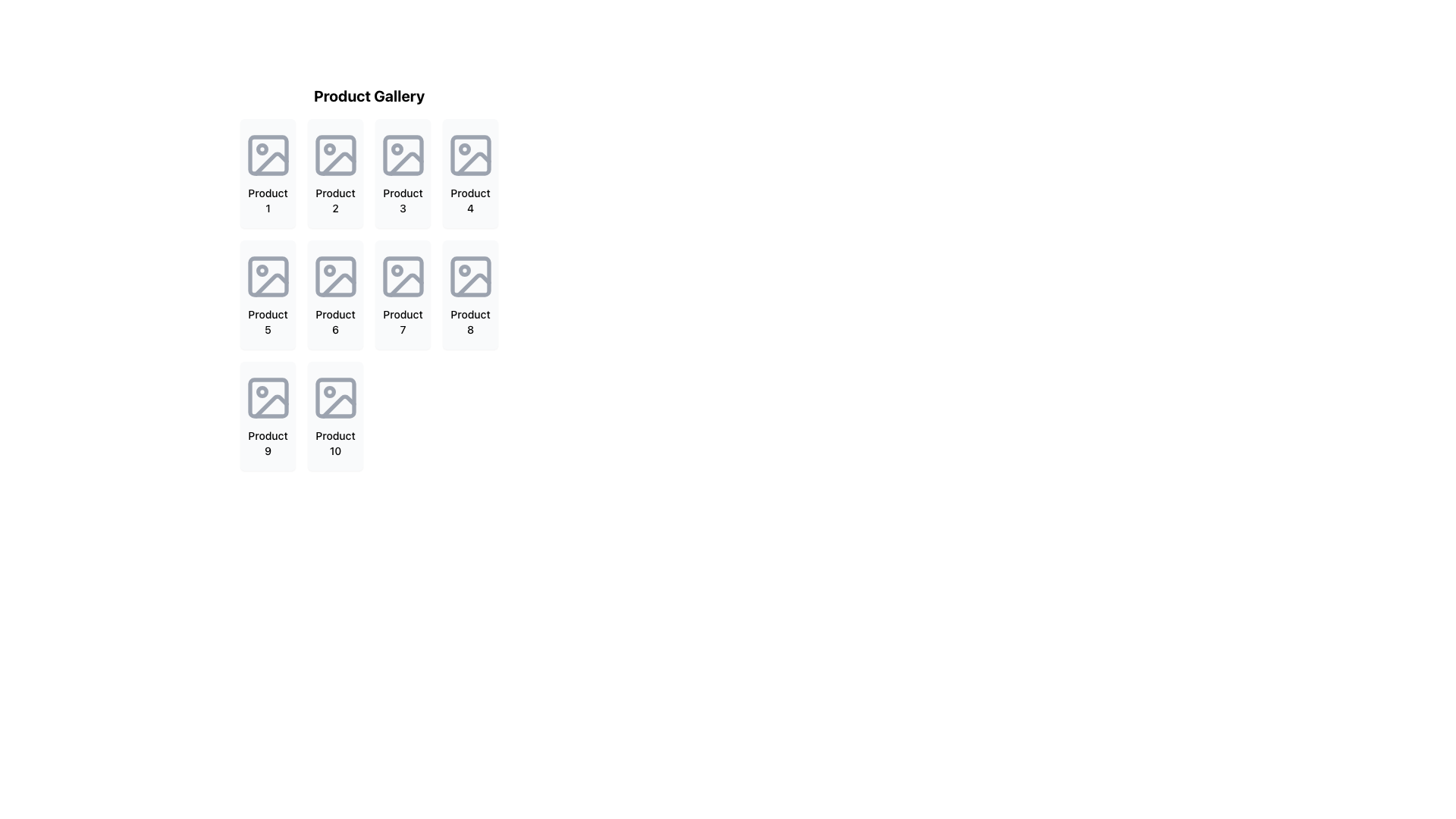 This screenshot has height=819, width=1456. I want to click on the Card with the icon and label 'Product 3', which has a light gray background, rounded corners, and is positioned in the first row of a 4-column grid layout, so click(403, 172).